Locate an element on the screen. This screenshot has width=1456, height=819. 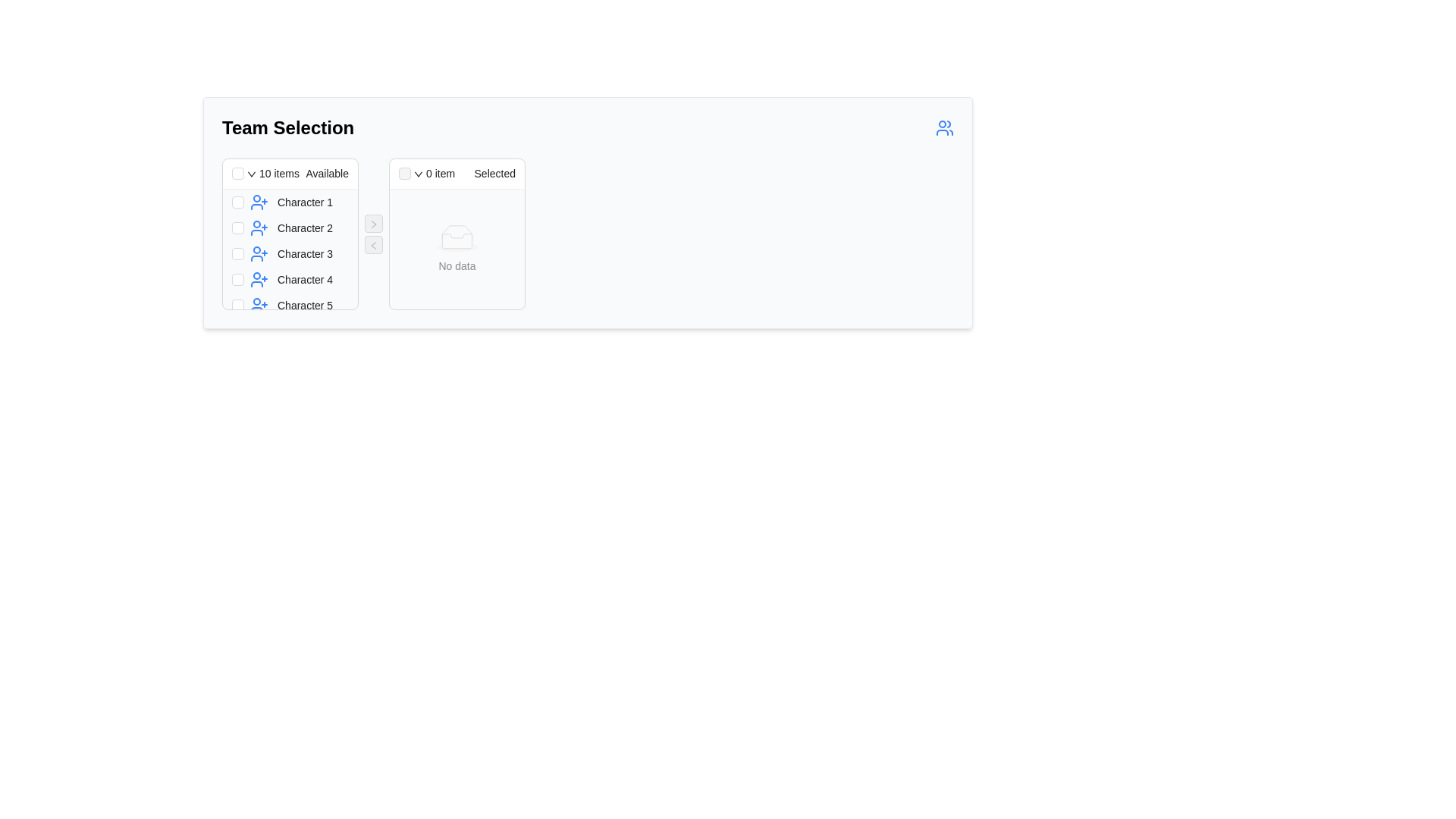
the text label displaying 'Character 1', which is located in the first row under the 'Available' section, to the right of a user icon and a checkbox is located at coordinates (304, 201).